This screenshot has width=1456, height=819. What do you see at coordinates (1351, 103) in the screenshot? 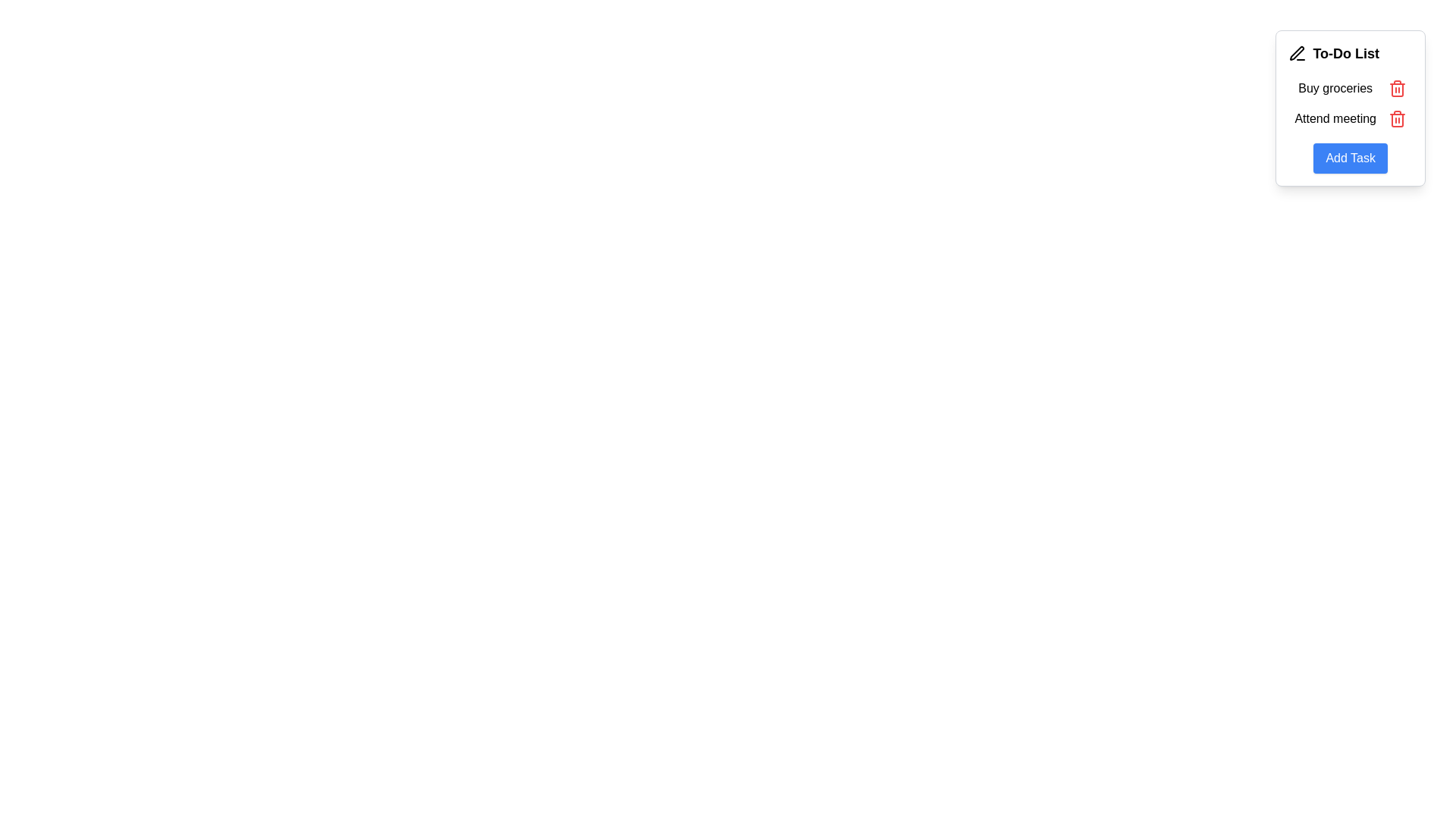
I see `the second task item 'Attend meeting' in the Task list with actionable icons` at bounding box center [1351, 103].